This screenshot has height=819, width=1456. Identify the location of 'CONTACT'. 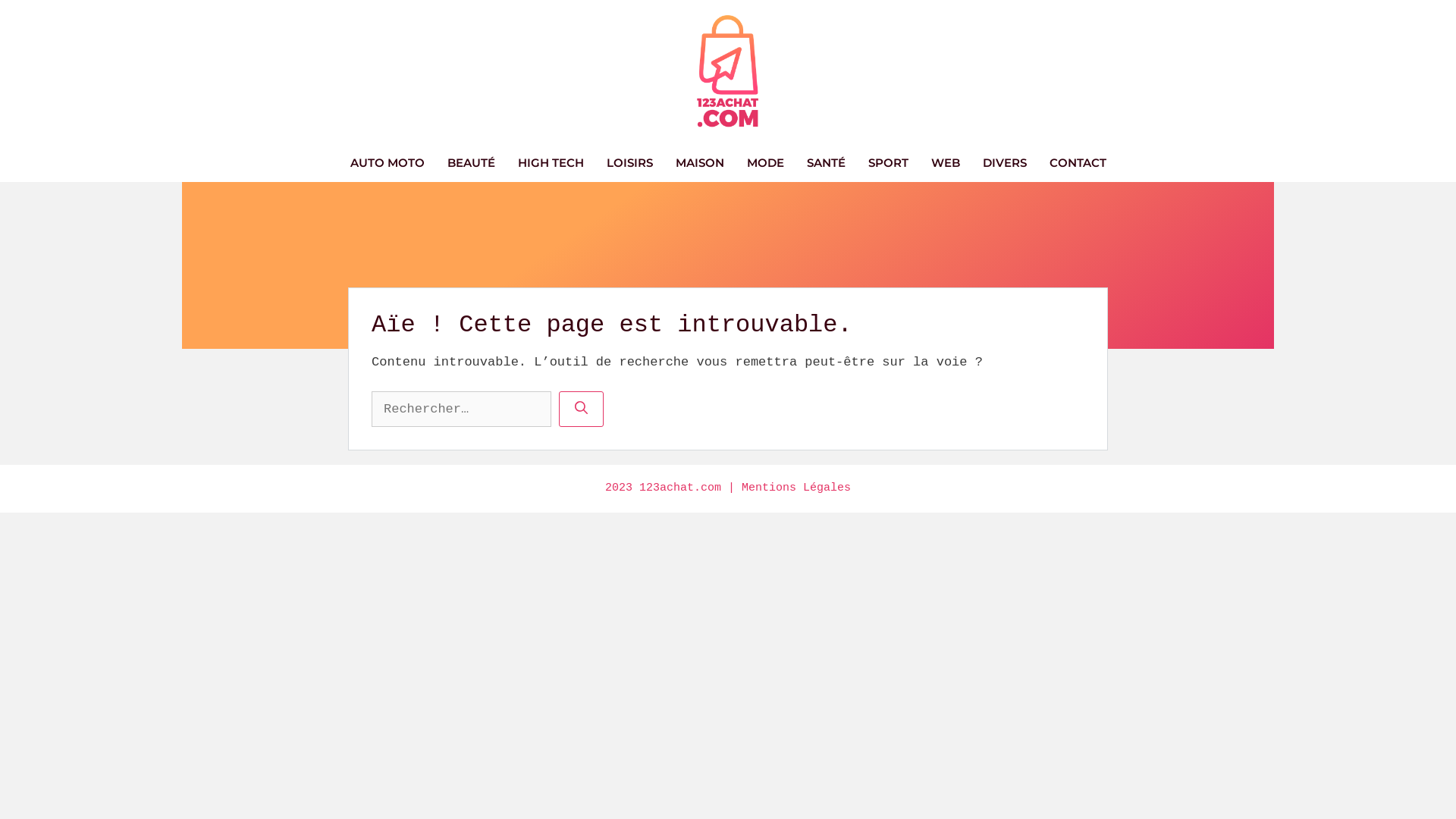
(1037, 163).